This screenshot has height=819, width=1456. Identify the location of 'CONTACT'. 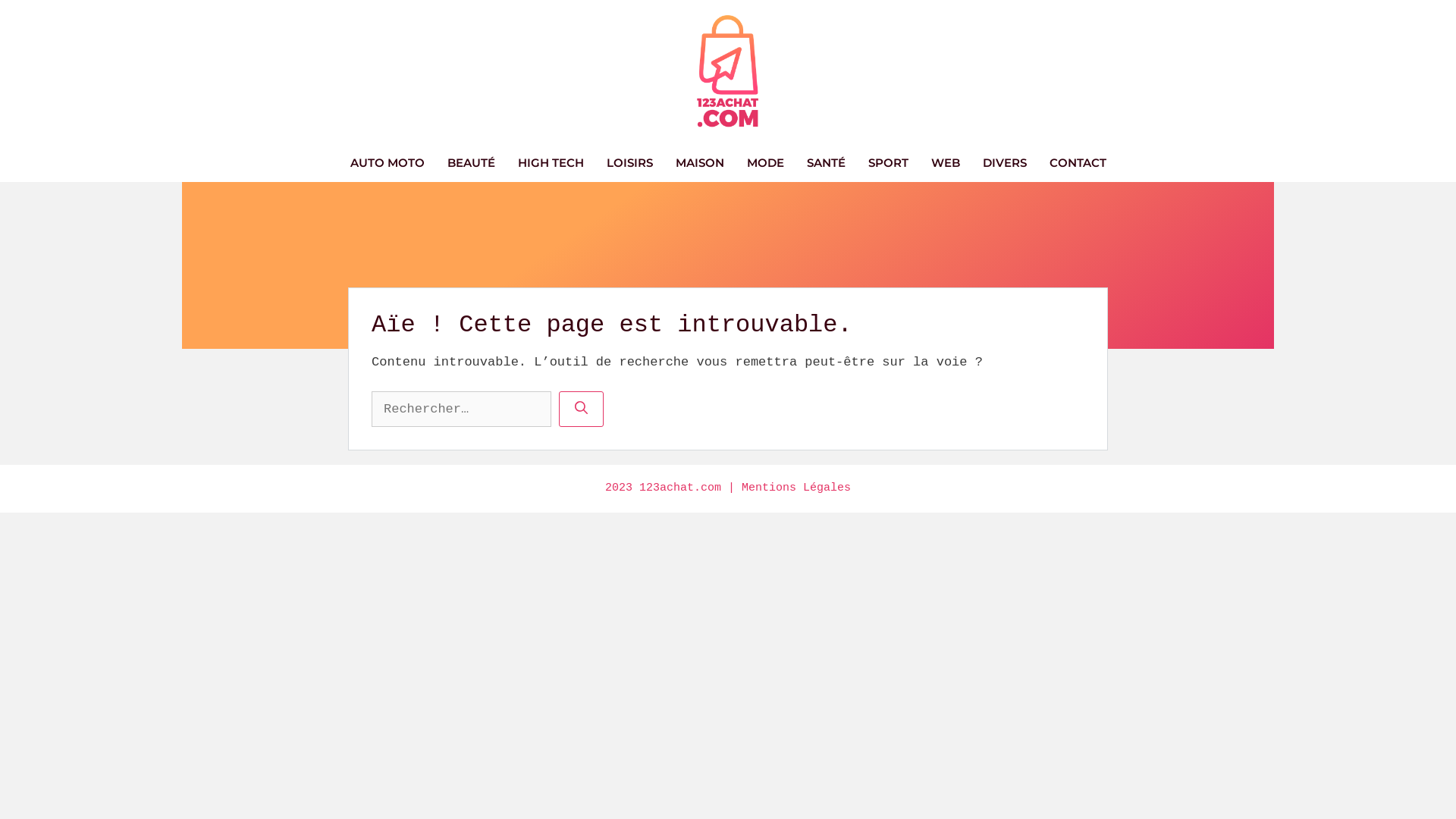
(1037, 163).